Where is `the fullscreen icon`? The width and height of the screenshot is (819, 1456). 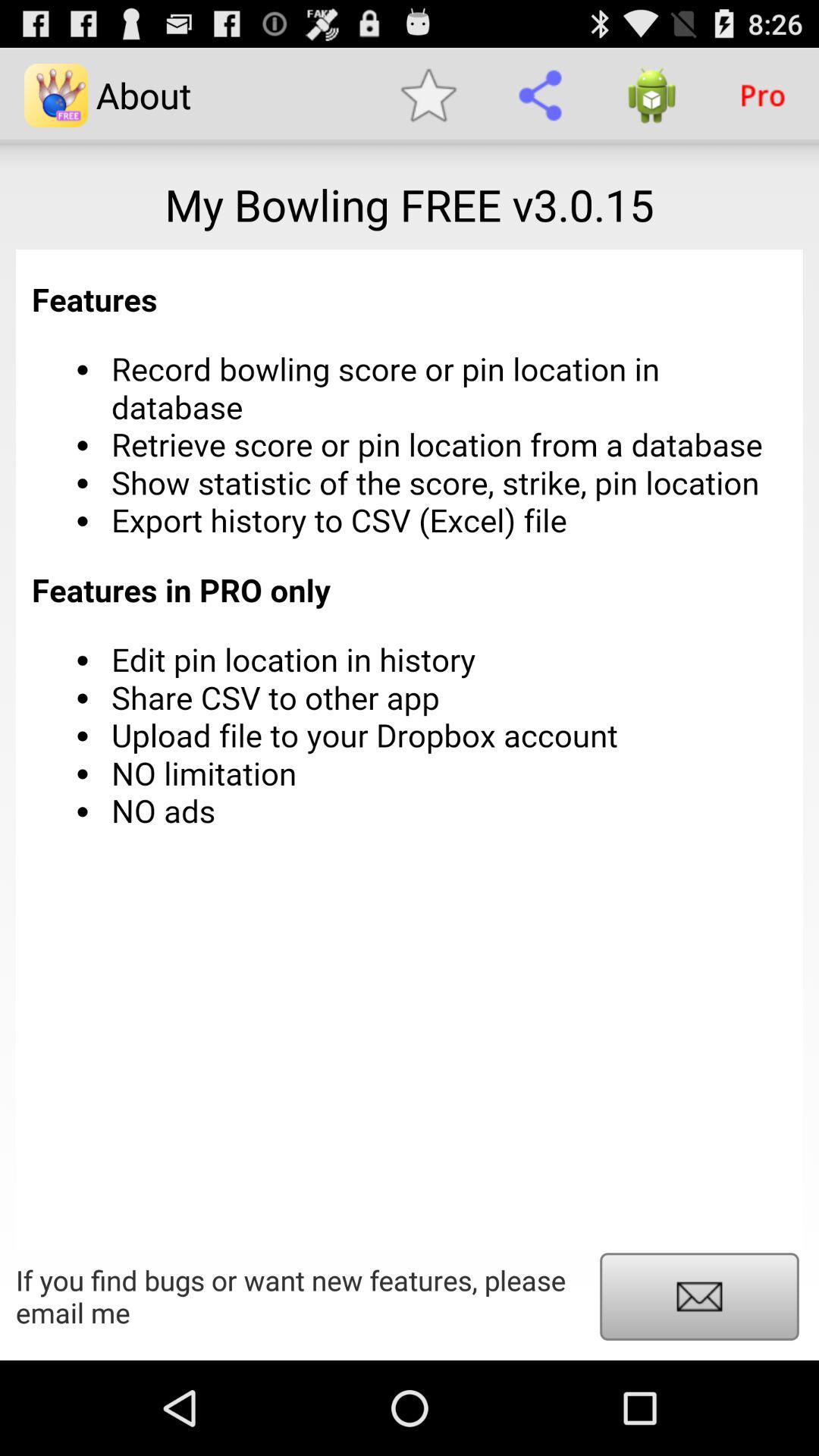
the fullscreen icon is located at coordinates (699, 1388).